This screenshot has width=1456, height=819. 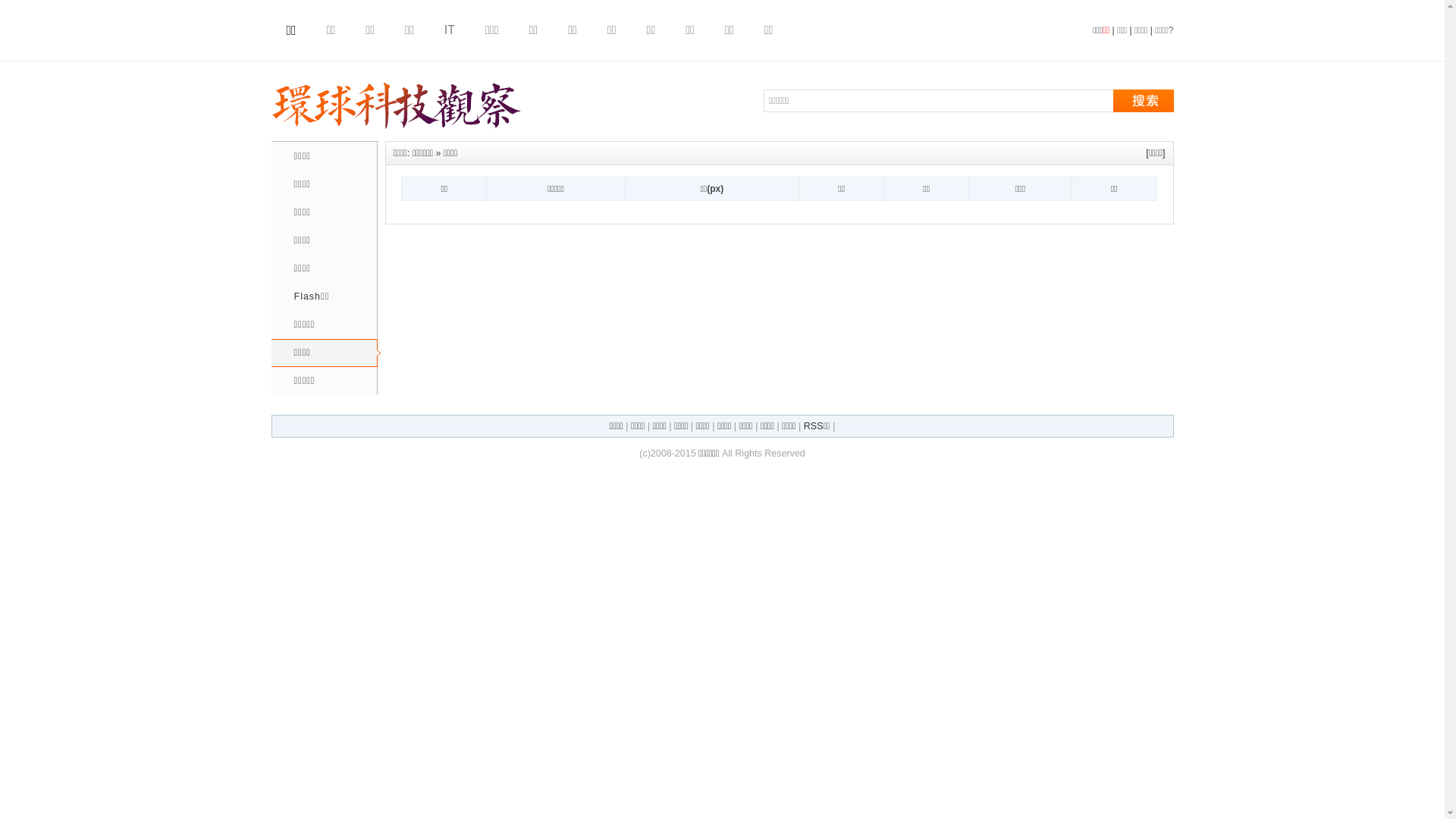 I want to click on 'IT', so click(x=443, y=30).